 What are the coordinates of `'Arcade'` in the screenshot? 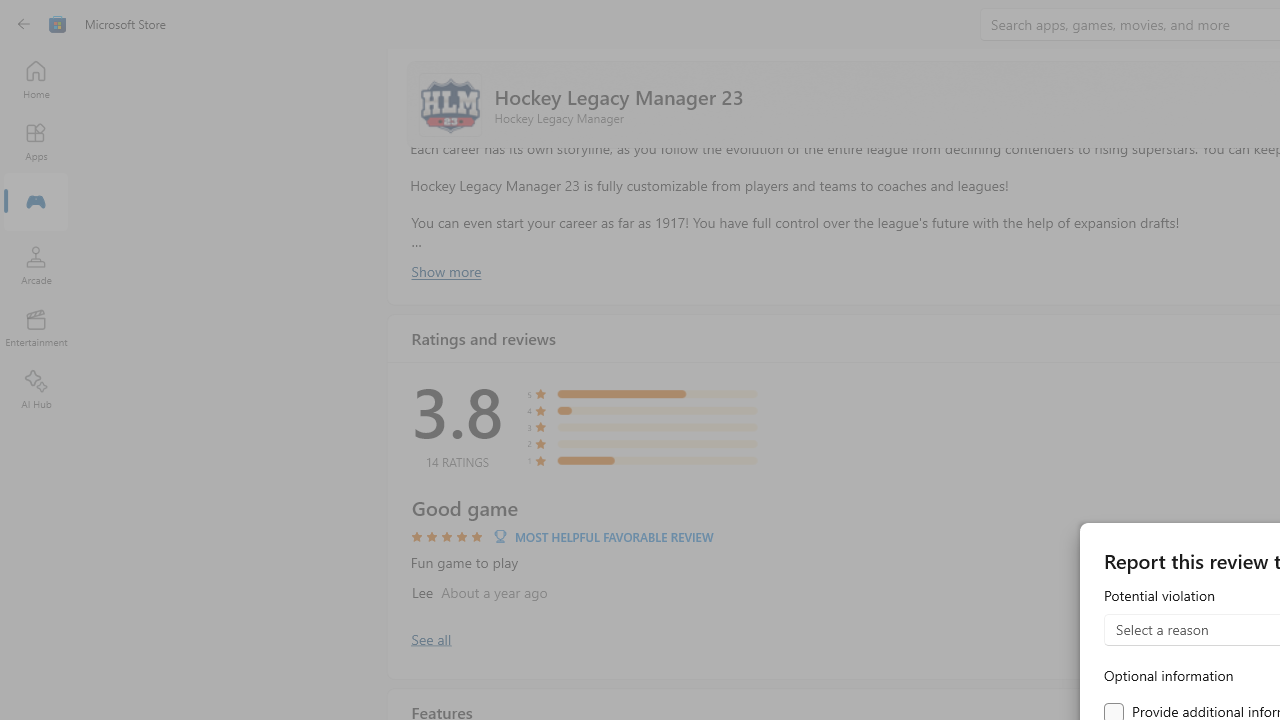 It's located at (35, 264).